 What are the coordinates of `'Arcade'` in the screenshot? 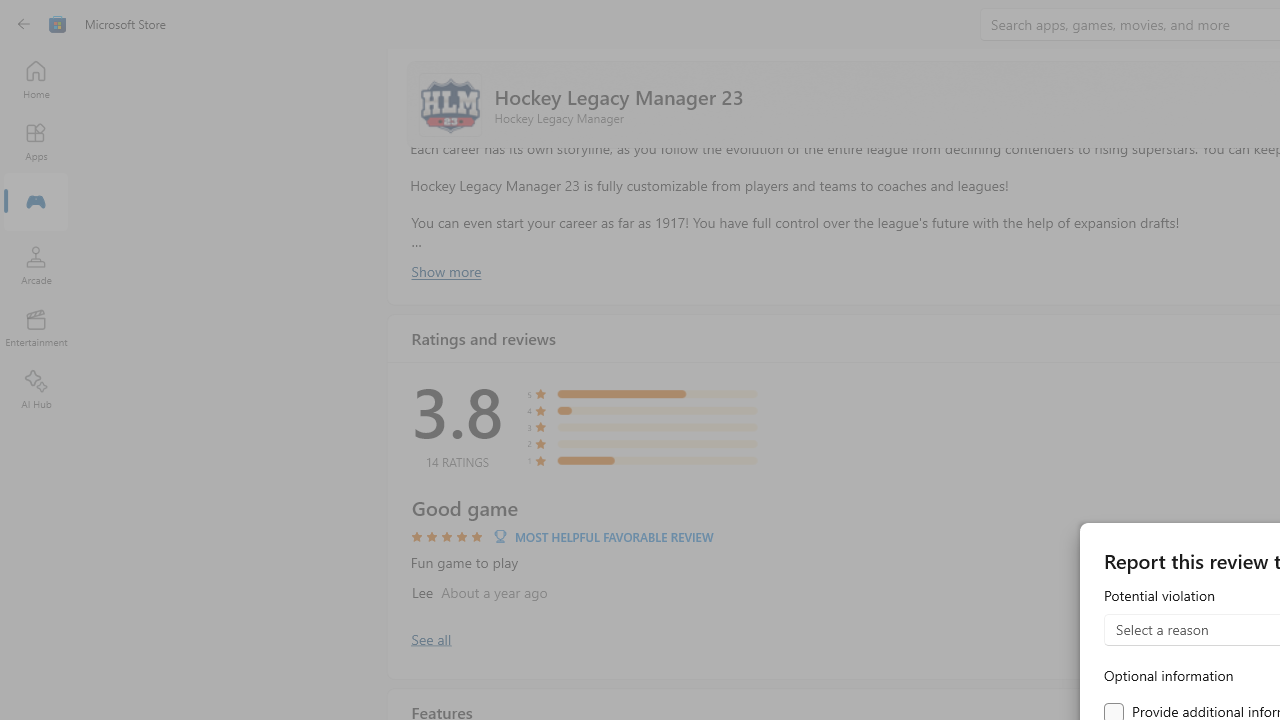 It's located at (35, 264).